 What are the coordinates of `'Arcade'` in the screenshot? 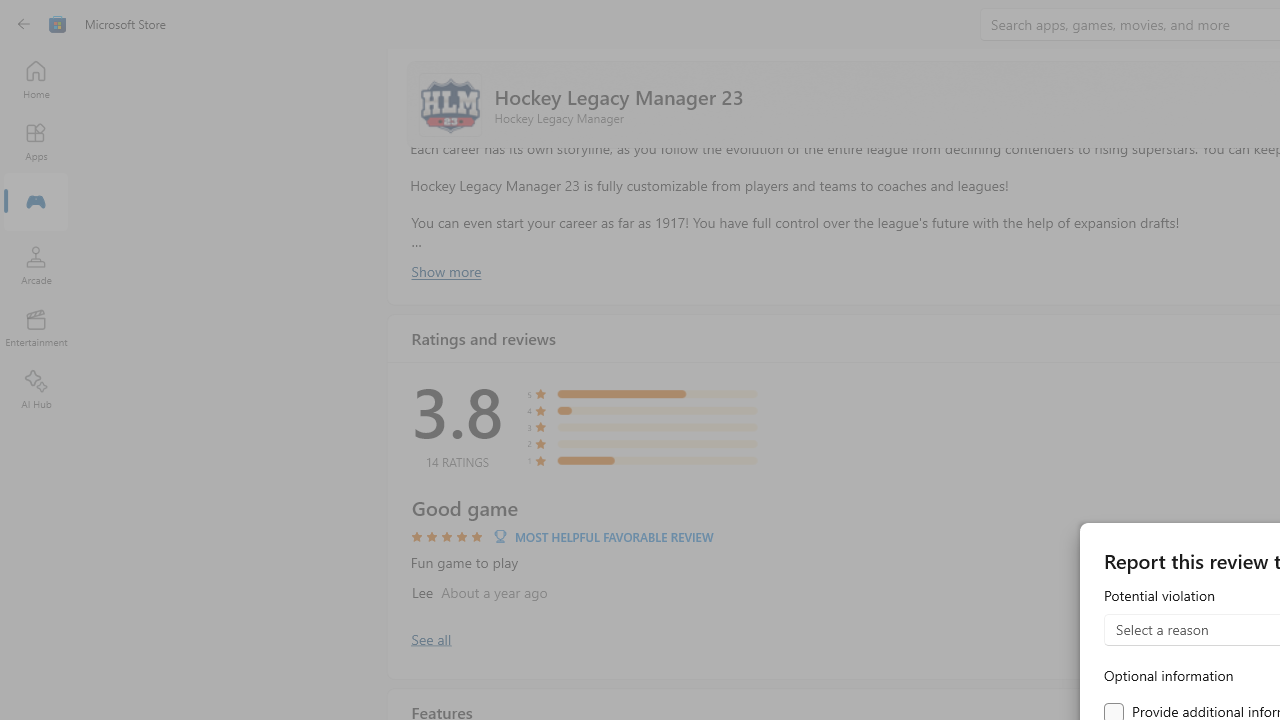 It's located at (35, 264).